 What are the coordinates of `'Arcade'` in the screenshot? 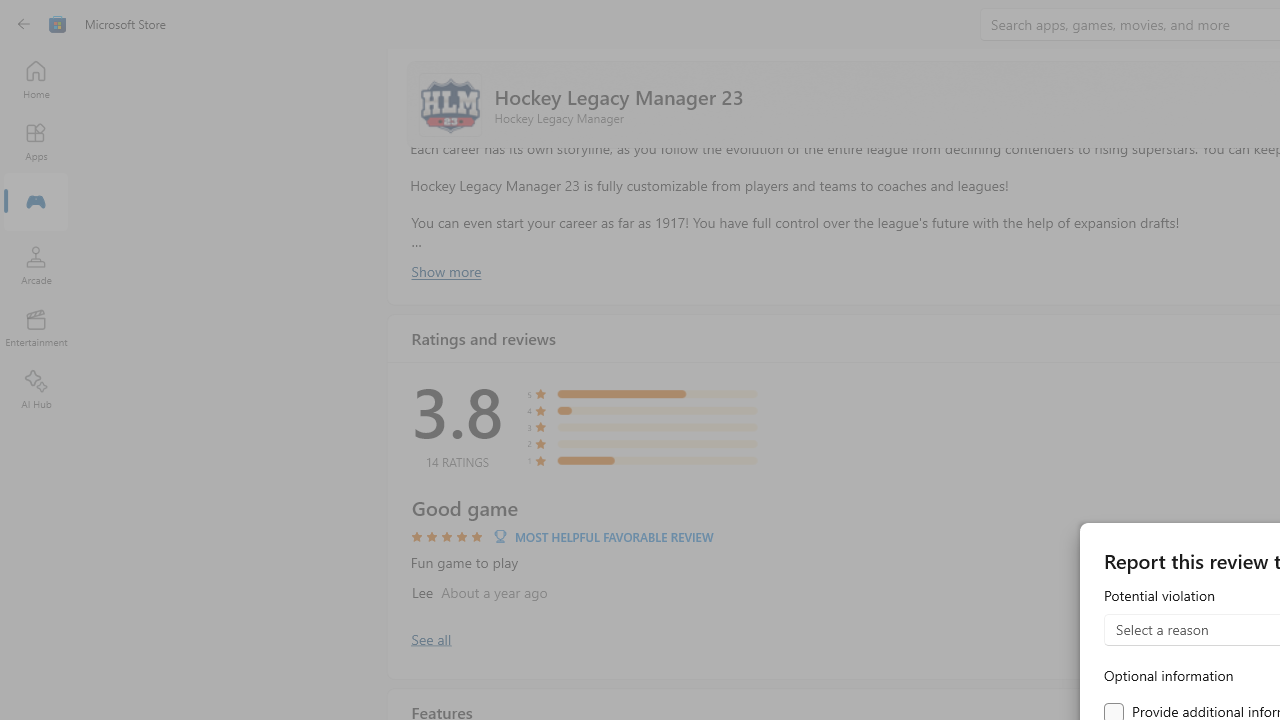 It's located at (35, 264).